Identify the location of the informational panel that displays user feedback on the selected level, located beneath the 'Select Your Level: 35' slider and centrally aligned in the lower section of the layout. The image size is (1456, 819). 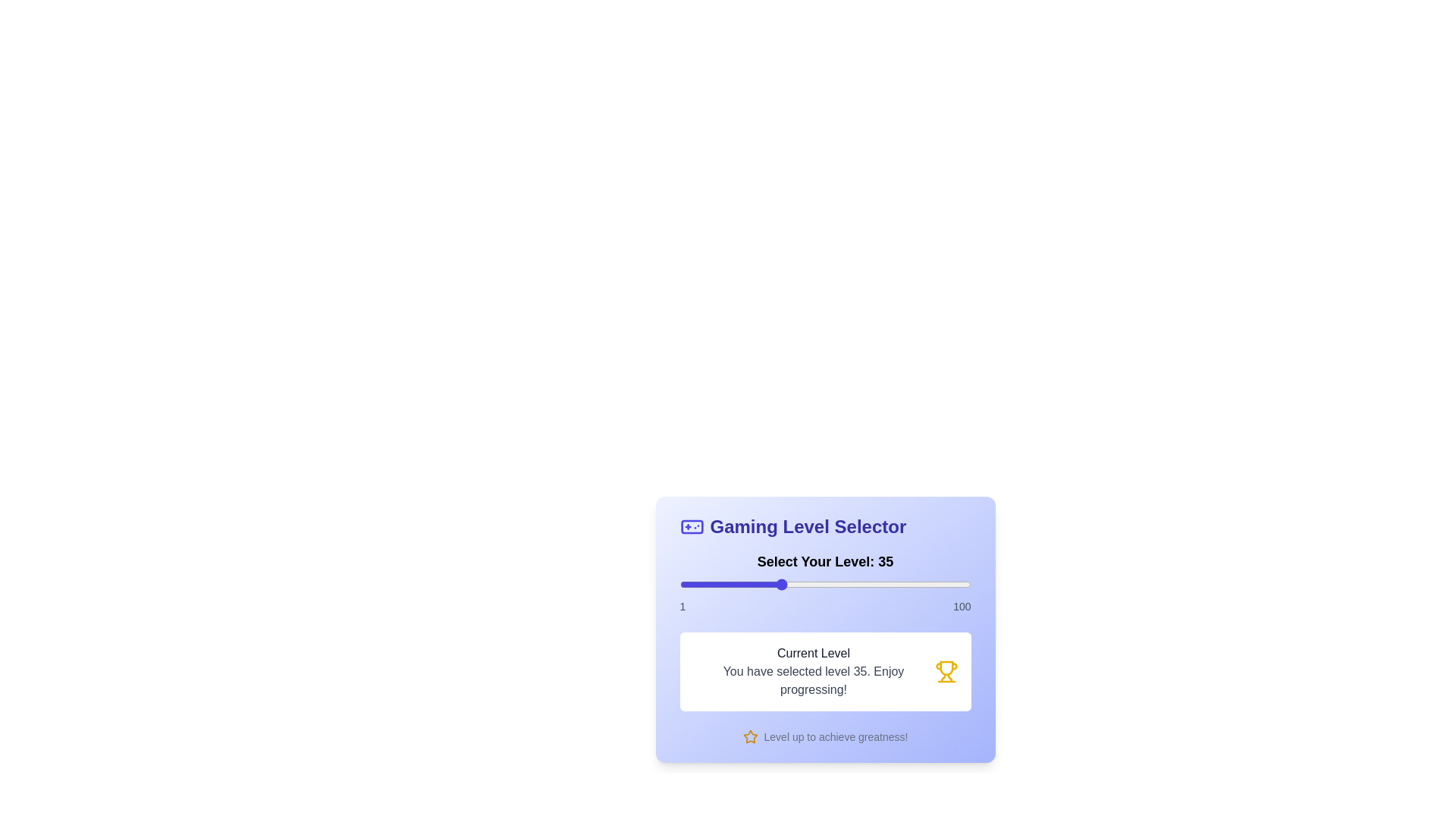
(824, 671).